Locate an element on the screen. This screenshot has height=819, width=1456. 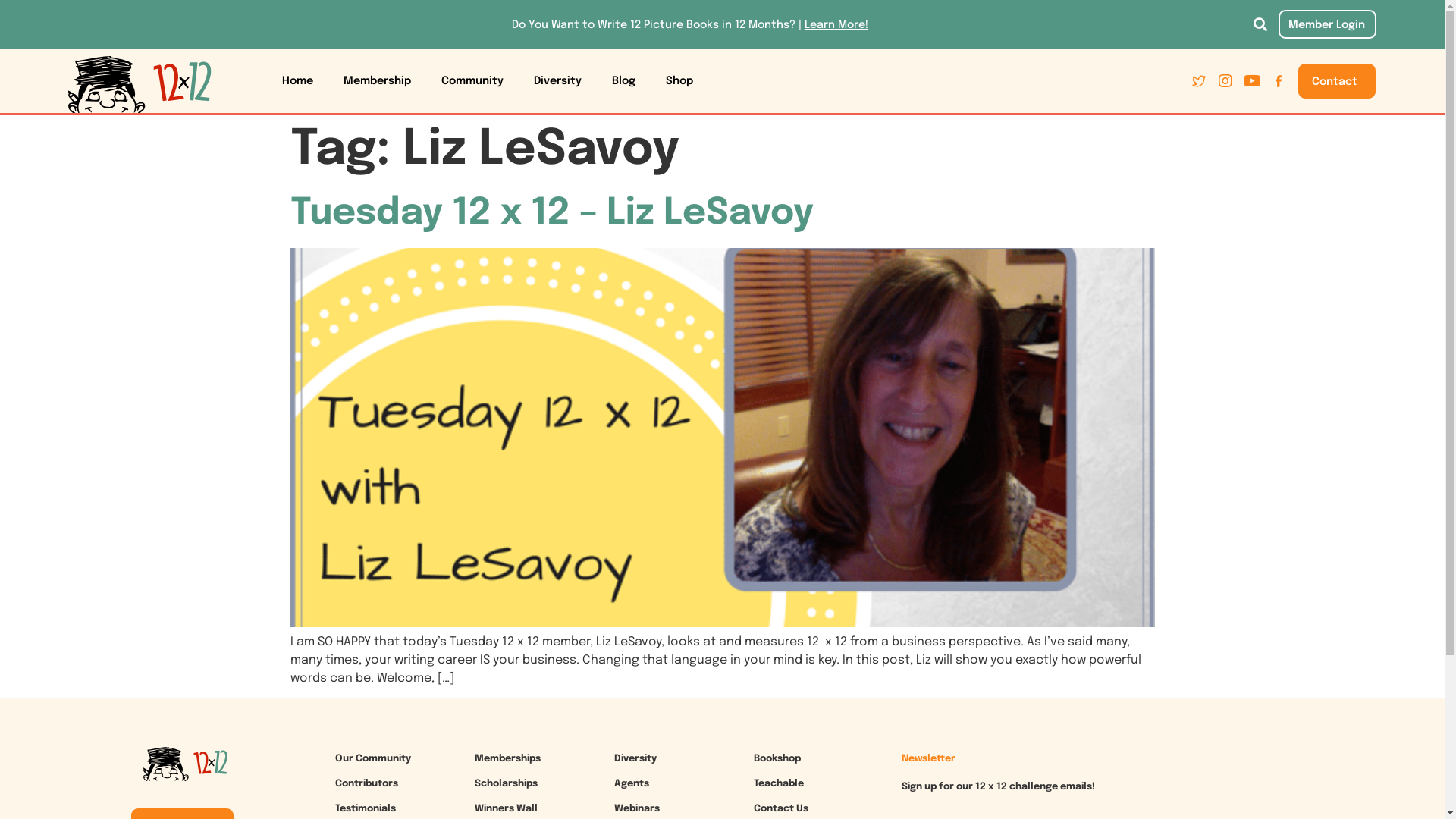
'More!' is located at coordinates (852, 25).